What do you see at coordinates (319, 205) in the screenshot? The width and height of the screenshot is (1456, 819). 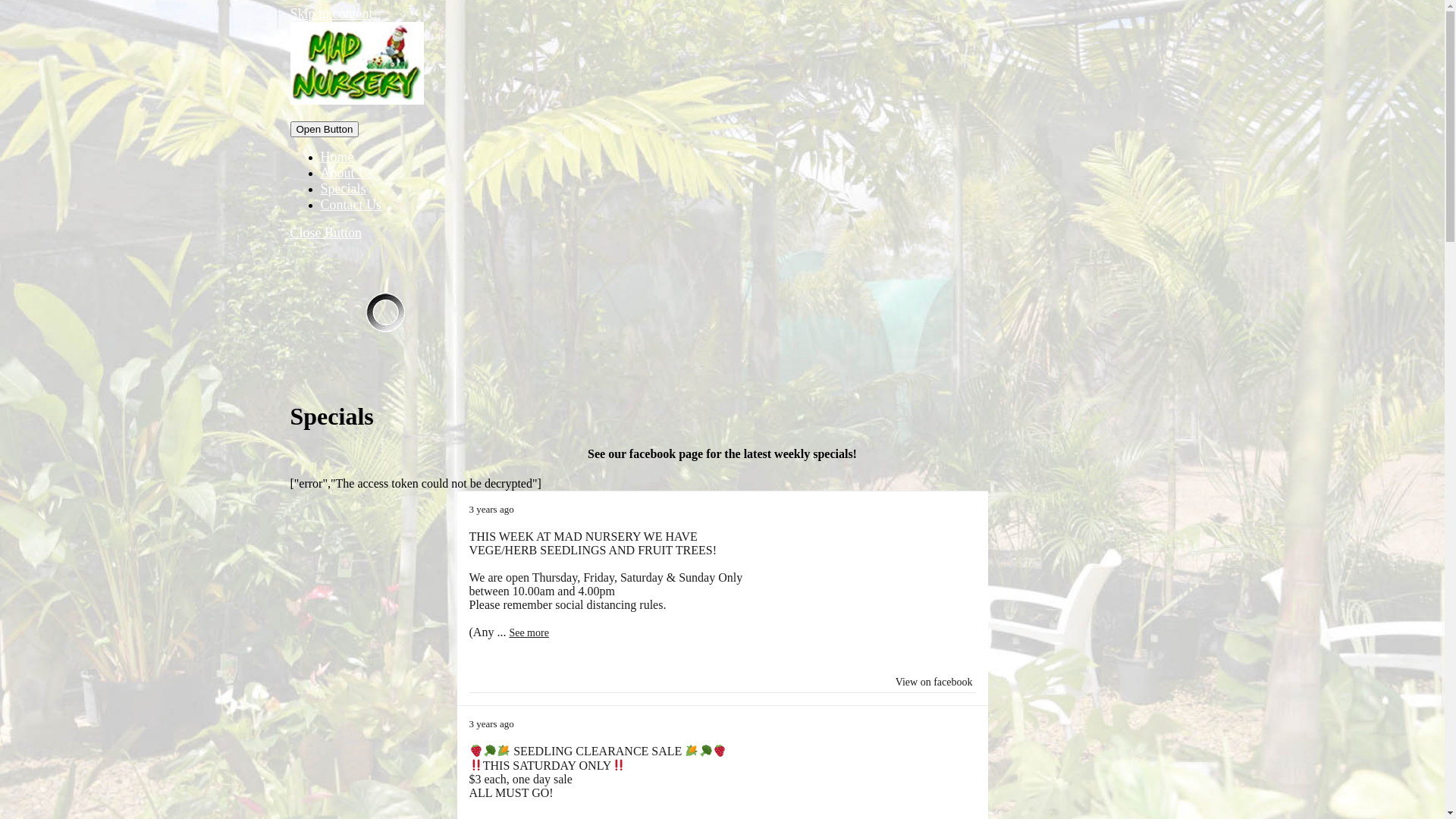 I see `'Contact Us'` at bounding box center [319, 205].